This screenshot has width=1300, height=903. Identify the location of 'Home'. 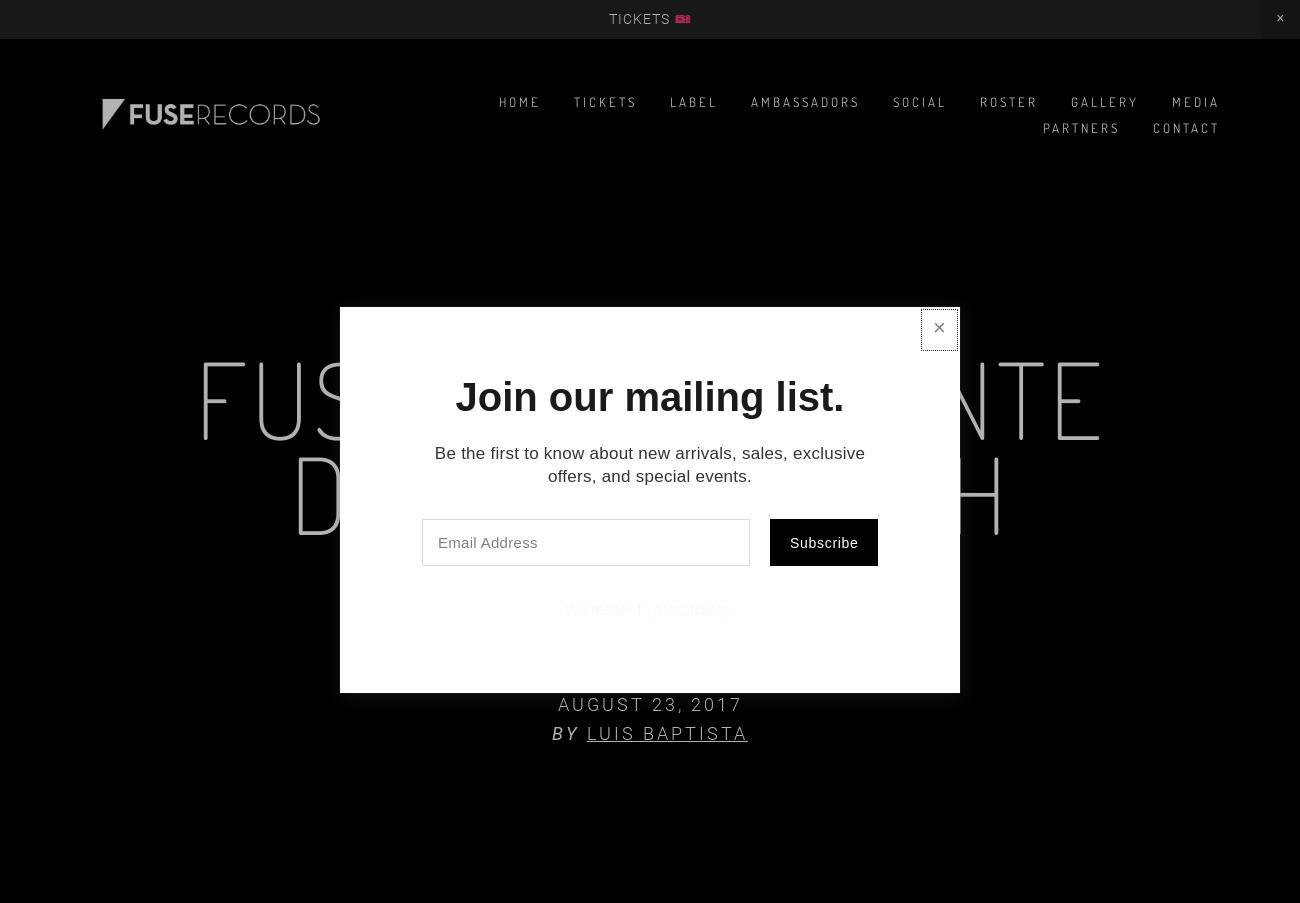
(520, 102).